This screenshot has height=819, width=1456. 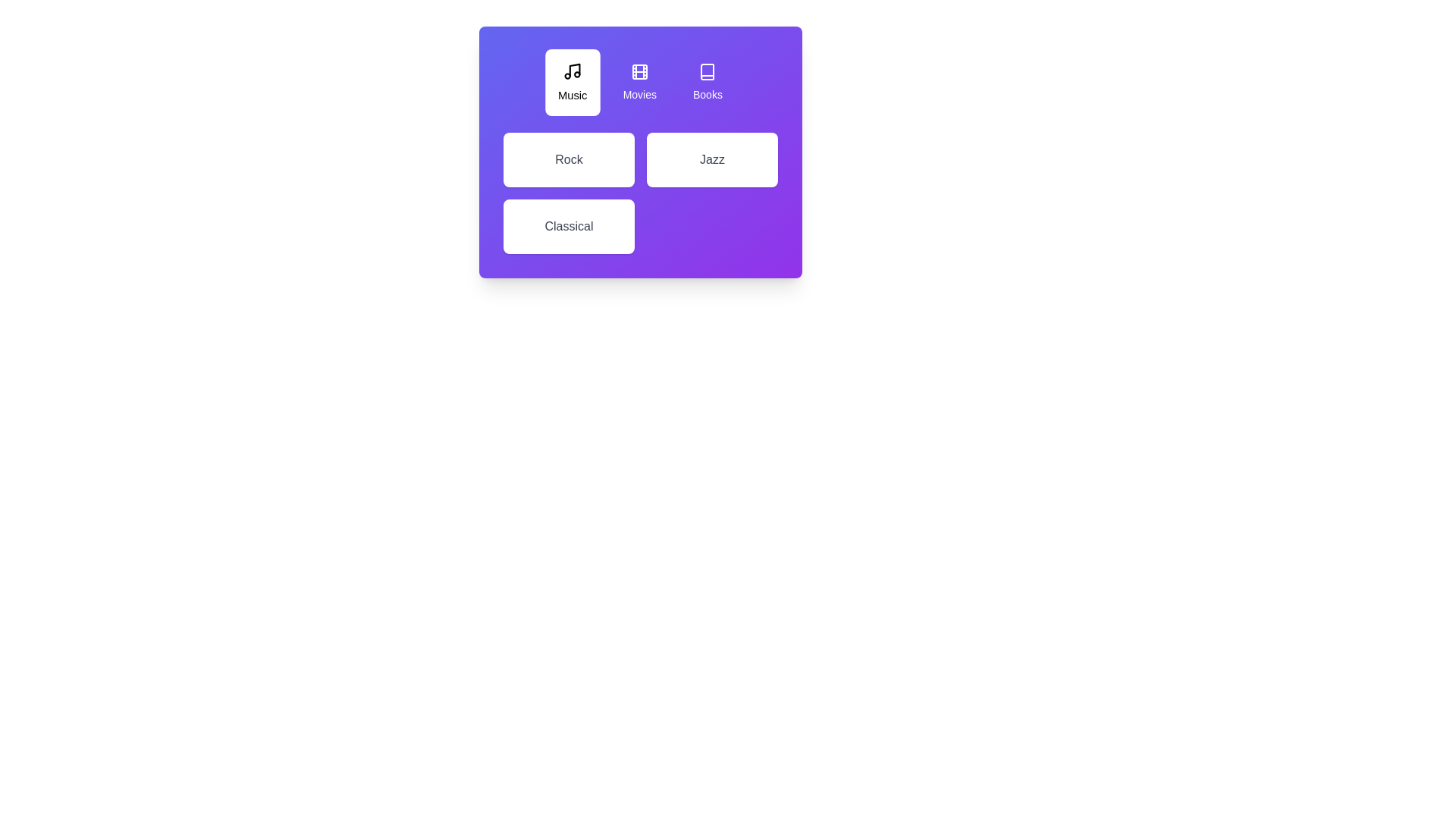 What do you see at coordinates (572, 82) in the screenshot?
I see `the tab labeled Music to switch to that tab` at bounding box center [572, 82].